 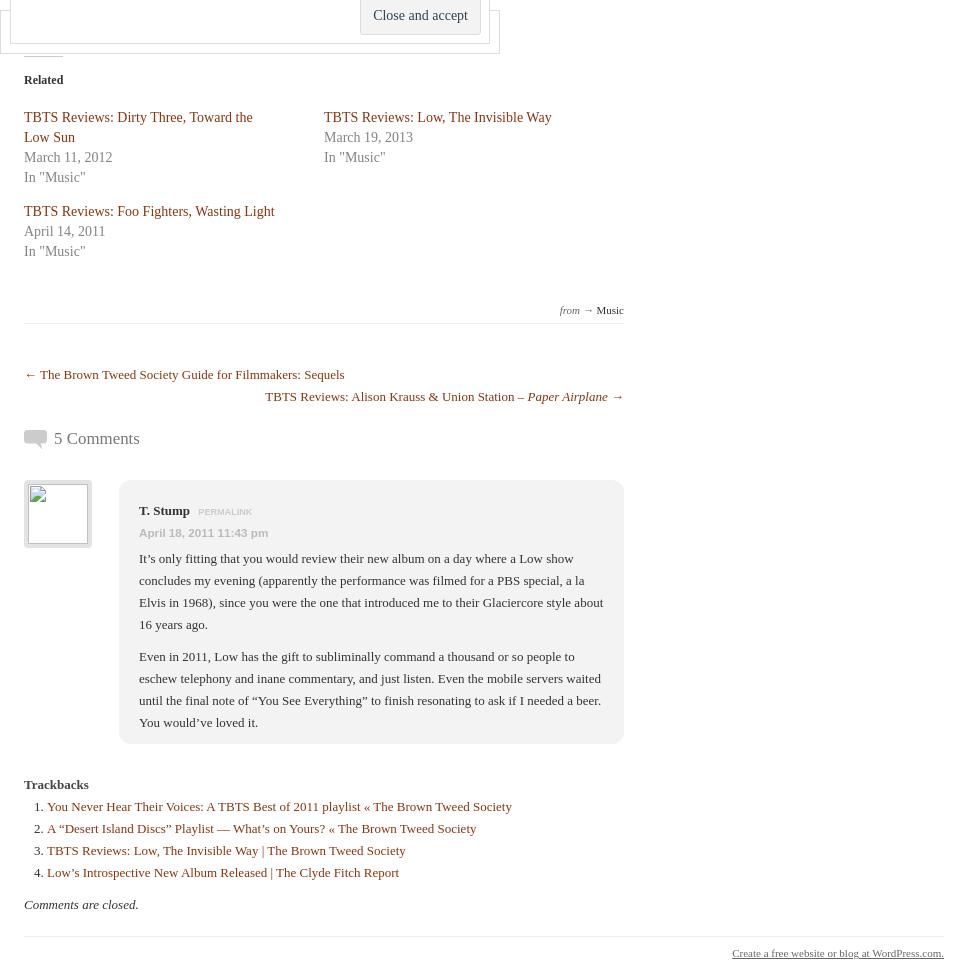 I want to click on 'TBTS Reviews: Alison Krauss & Union Station –', so click(x=265, y=395).